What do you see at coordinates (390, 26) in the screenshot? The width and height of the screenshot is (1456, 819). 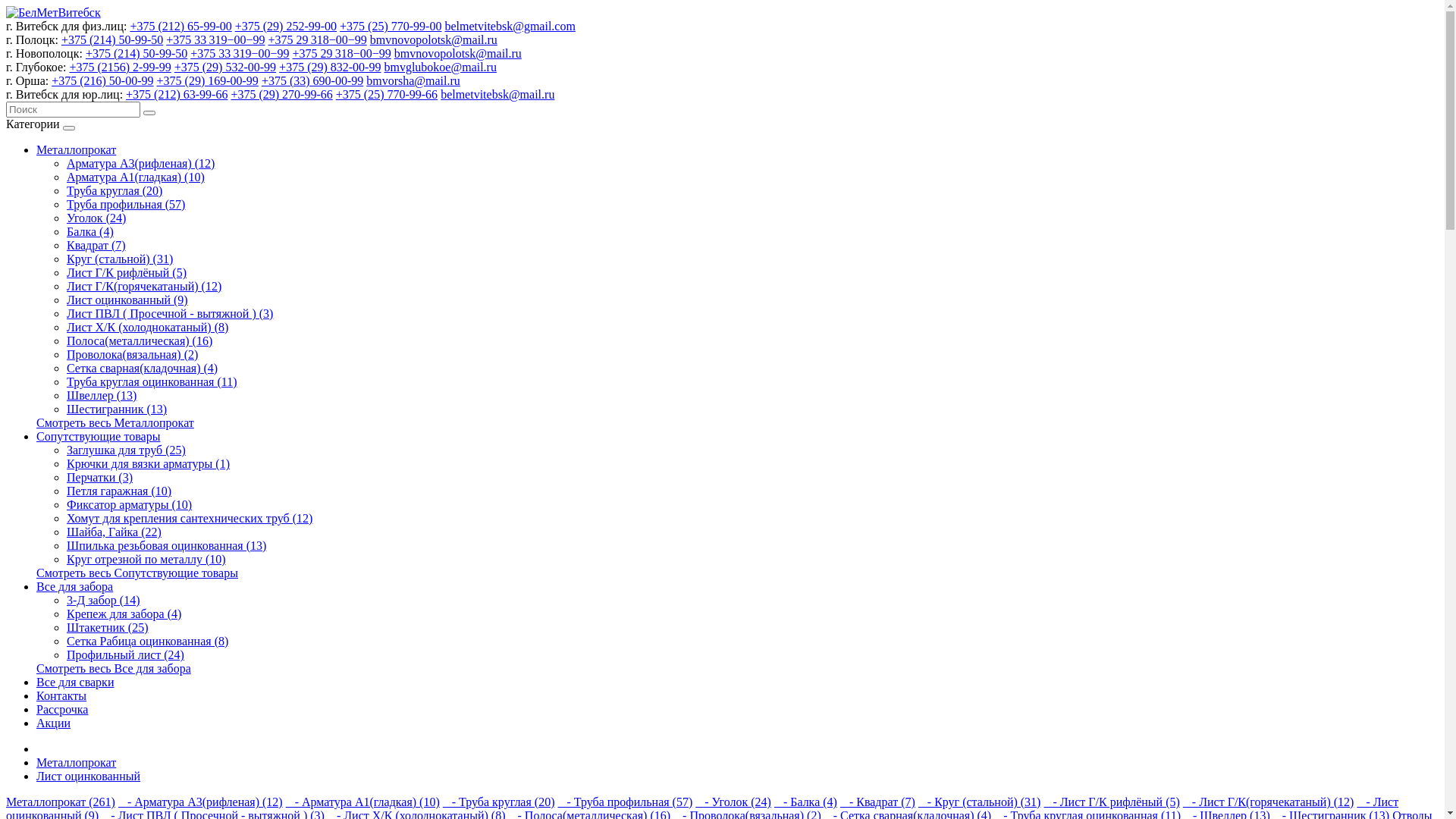 I see `'+375 (25) 770-99-00'` at bounding box center [390, 26].